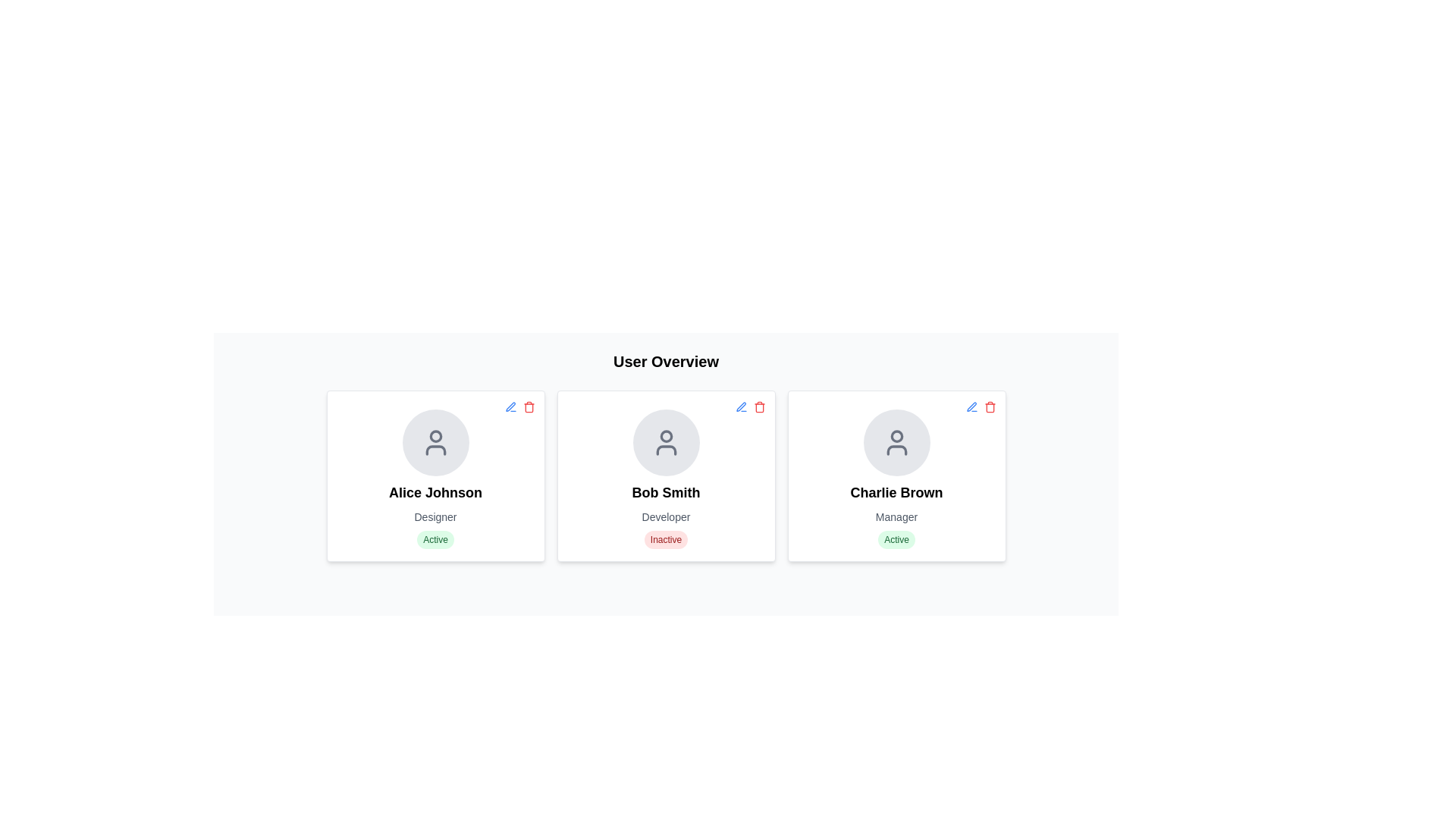 Image resolution: width=1456 pixels, height=819 pixels. Describe the element at coordinates (435, 442) in the screenshot. I see `the function associated with the user avatar icon located at the top center of the leftmost profile card, which contains the user details` at that location.